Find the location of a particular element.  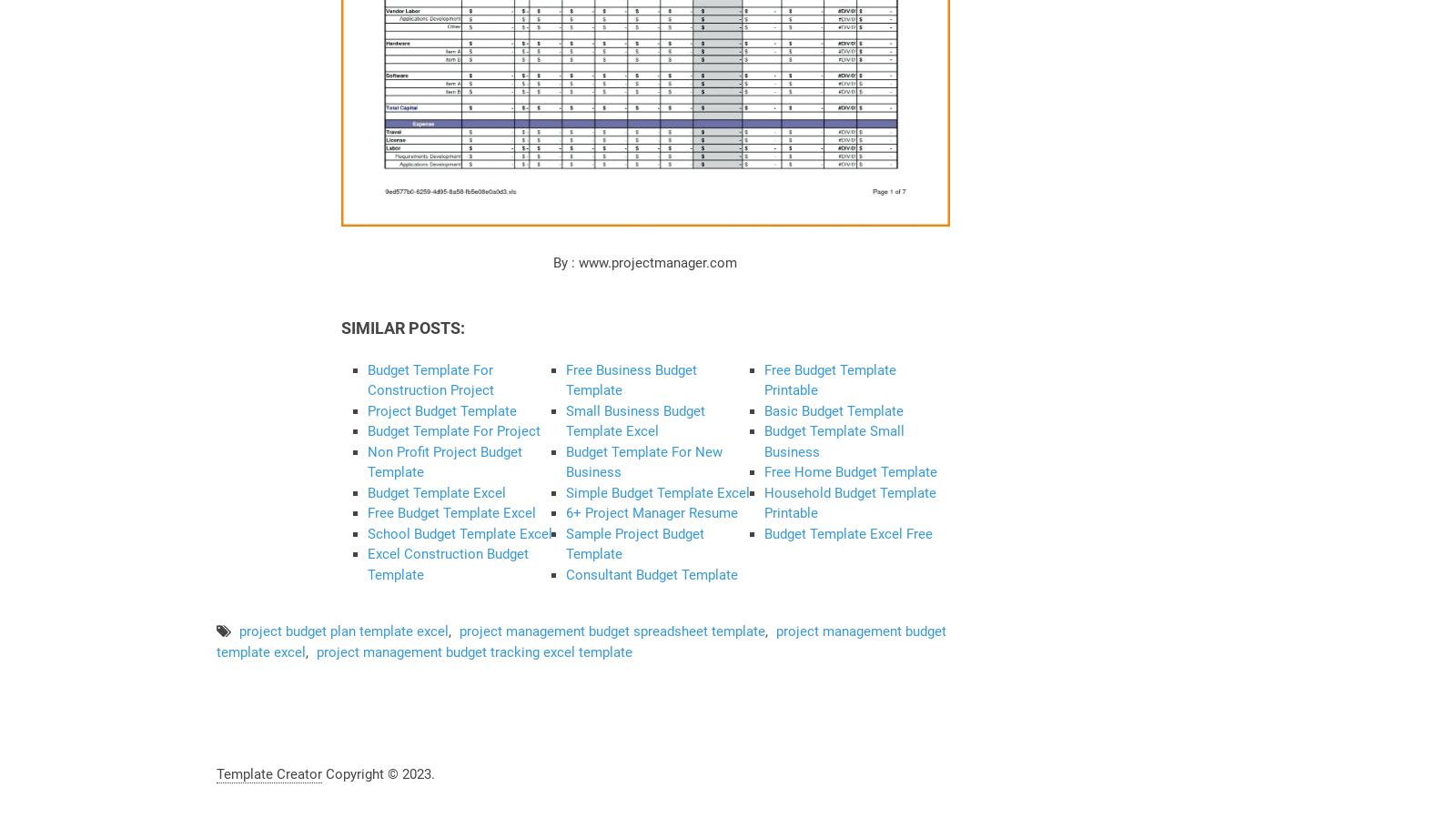

'Free Budget Template Printable' is located at coordinates (829, 379).